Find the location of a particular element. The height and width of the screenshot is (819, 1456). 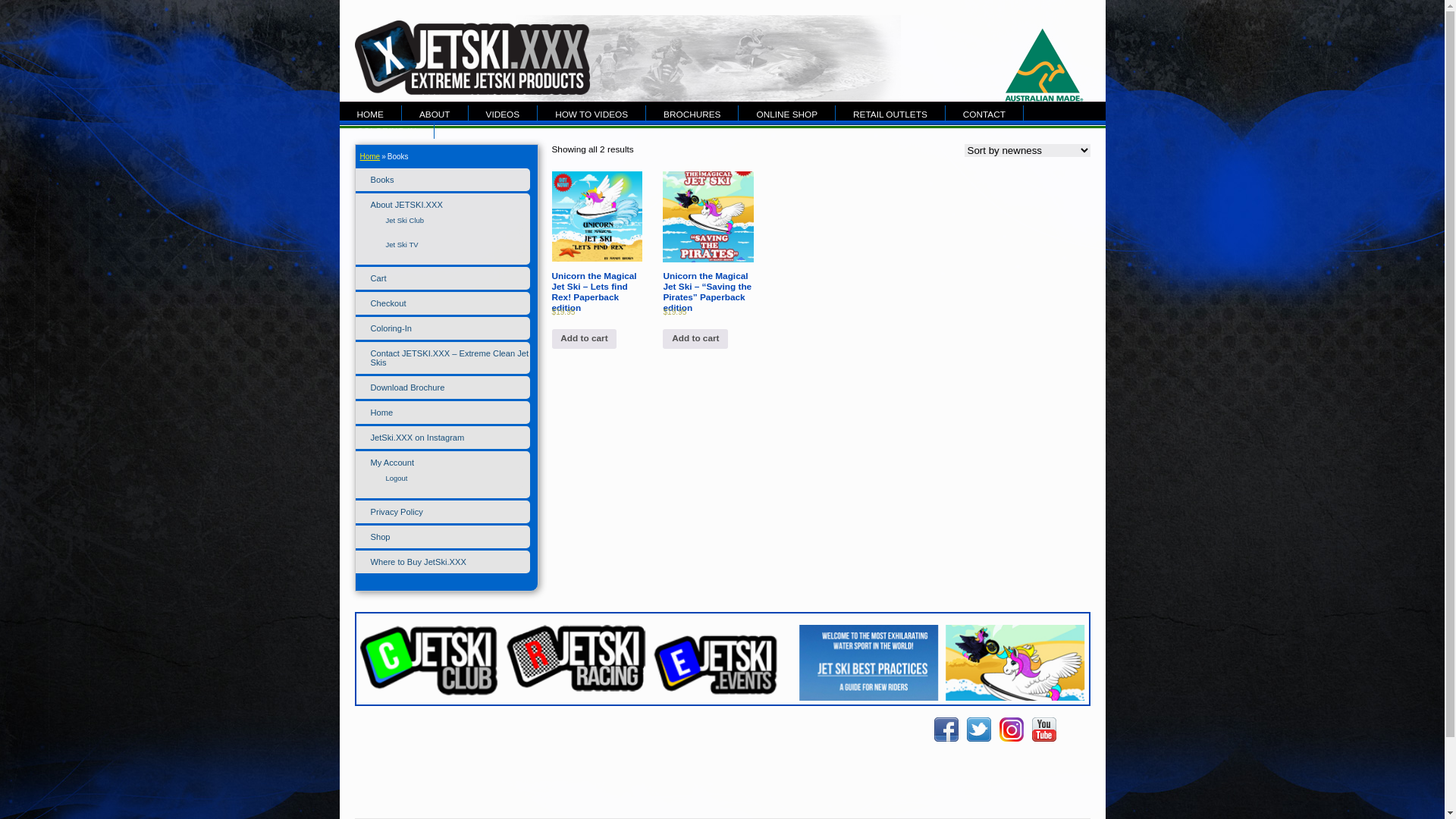

'Checkout' is located at coordinates (388, 303).